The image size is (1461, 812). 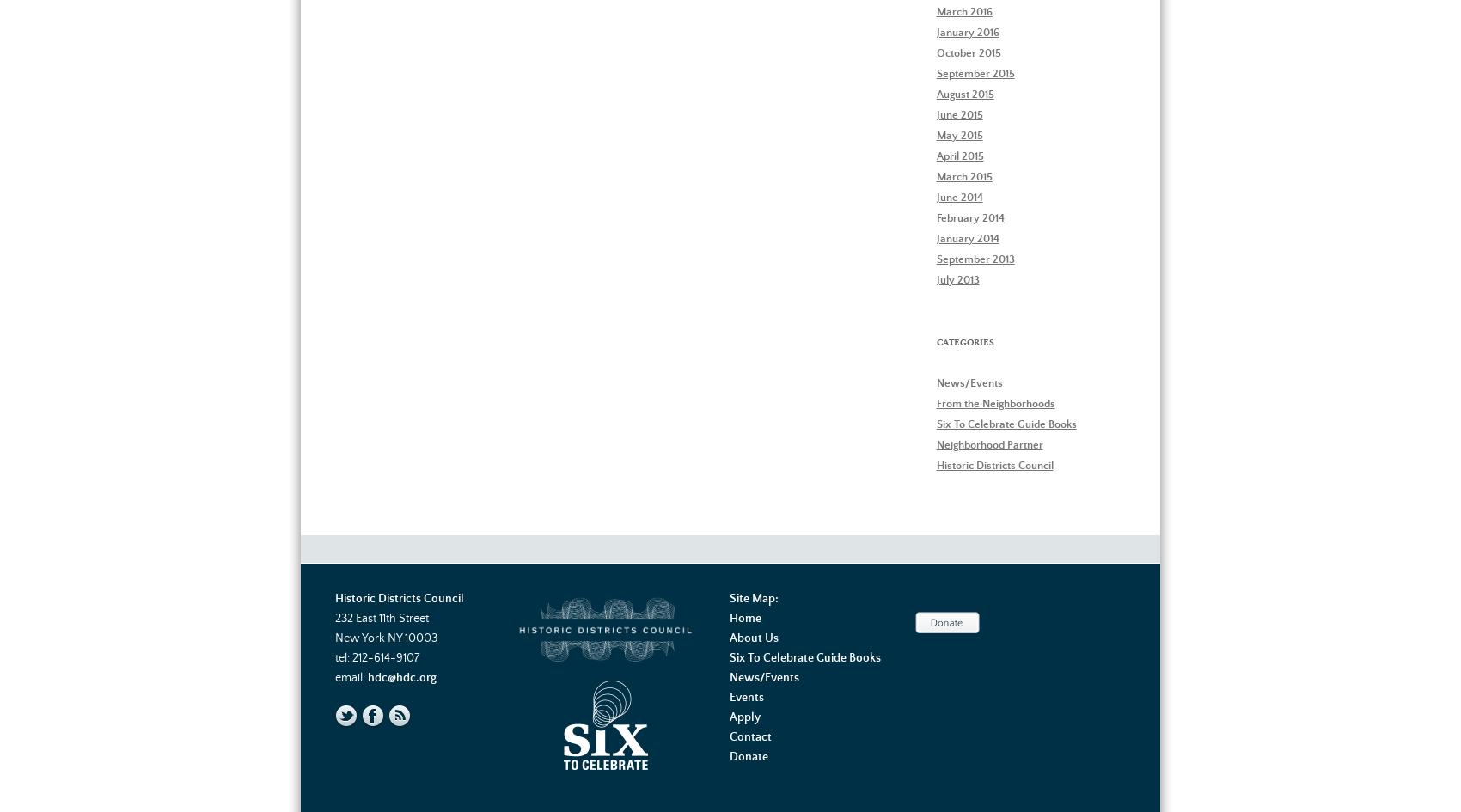 What do you see at coordinates (959, 135) in the screenshot?
I see `'May 2015'` at bounding box center [959, 135].